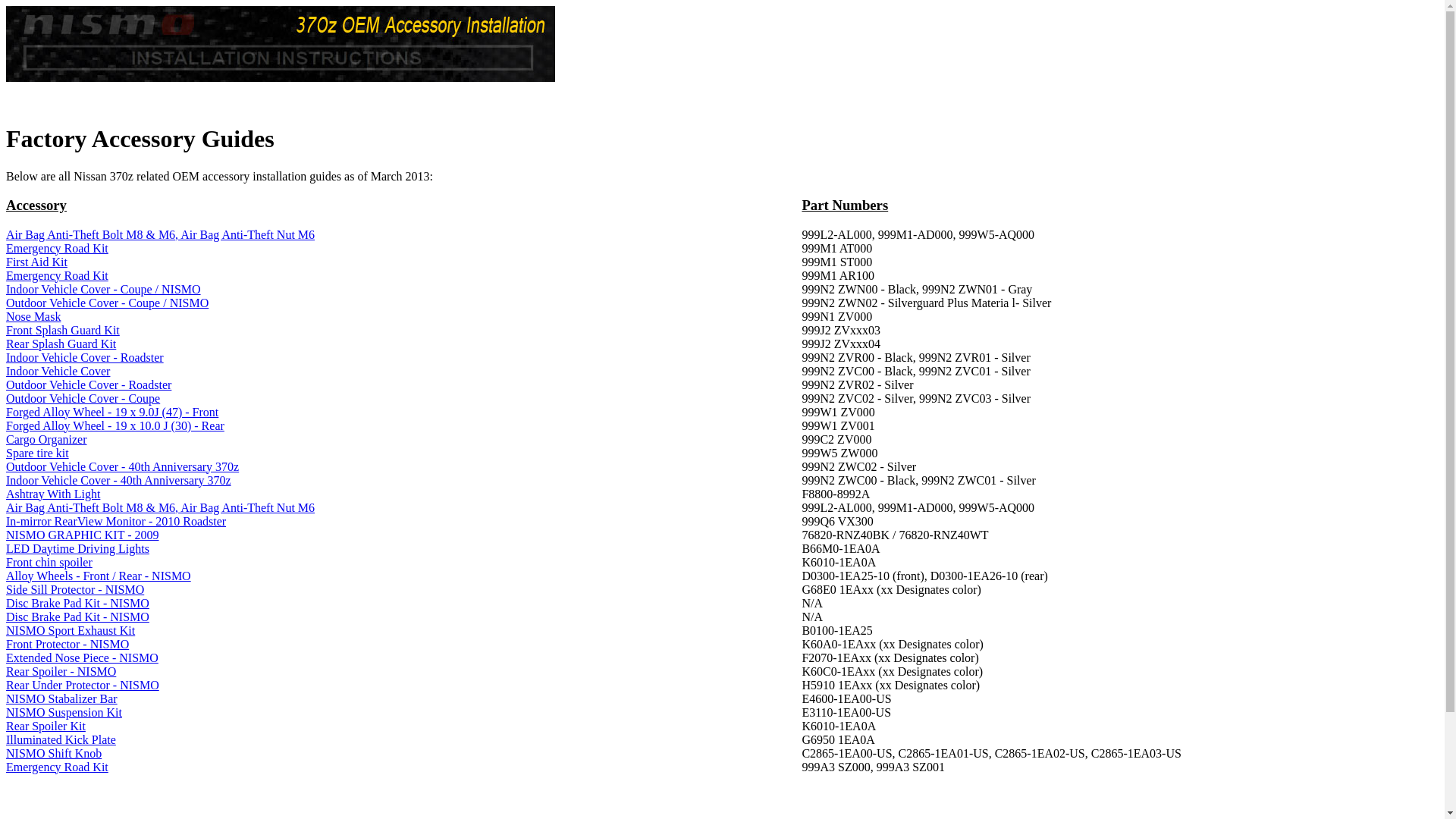 The height and width of the screenshot is (819, 1456). What do you see at coordinates (49, 562) in the screenshot?
I see `'Front chin spoiler'` at bounding box center [49, 562].